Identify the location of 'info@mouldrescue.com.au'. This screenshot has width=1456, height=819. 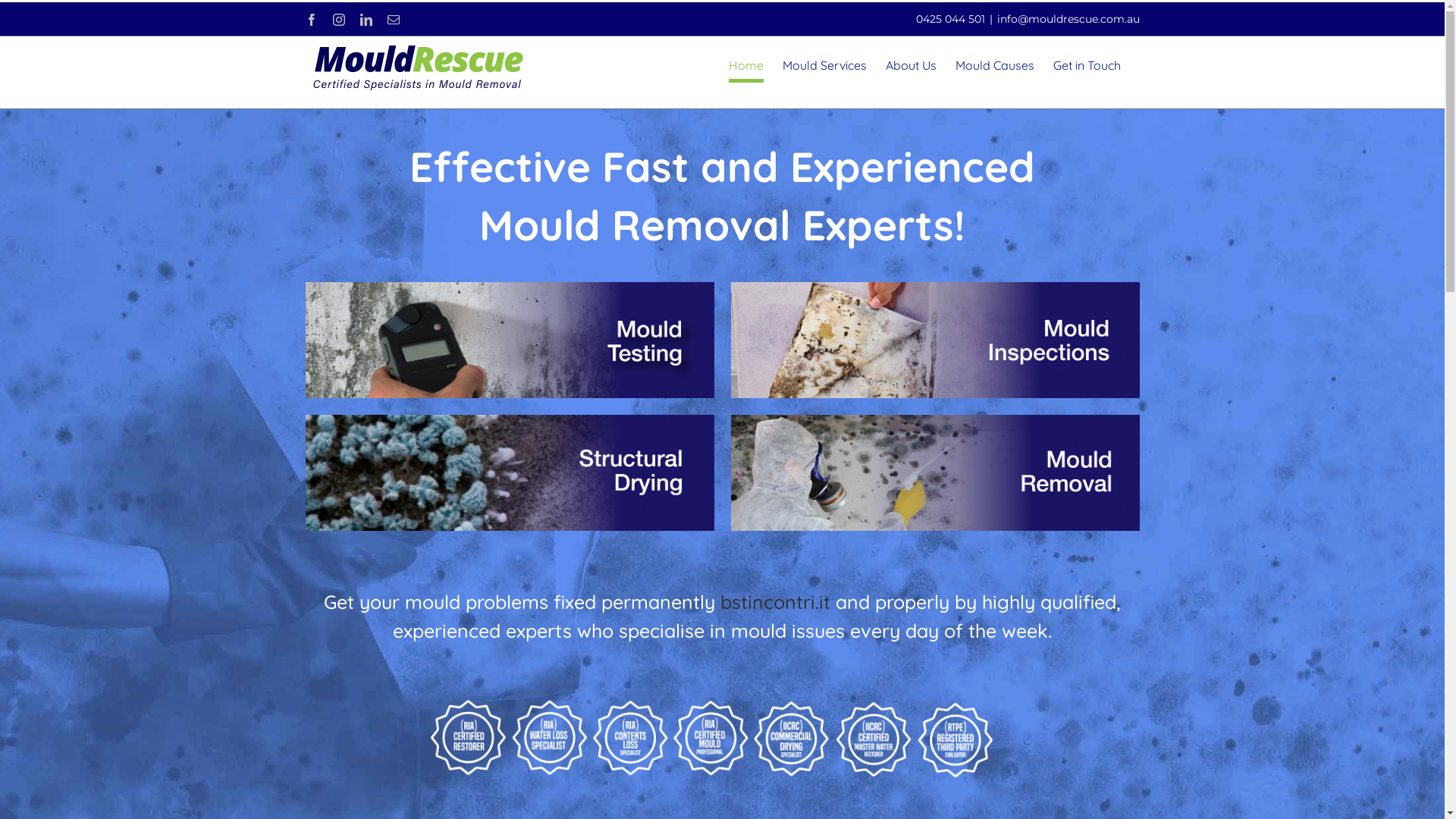
(1066, 18).